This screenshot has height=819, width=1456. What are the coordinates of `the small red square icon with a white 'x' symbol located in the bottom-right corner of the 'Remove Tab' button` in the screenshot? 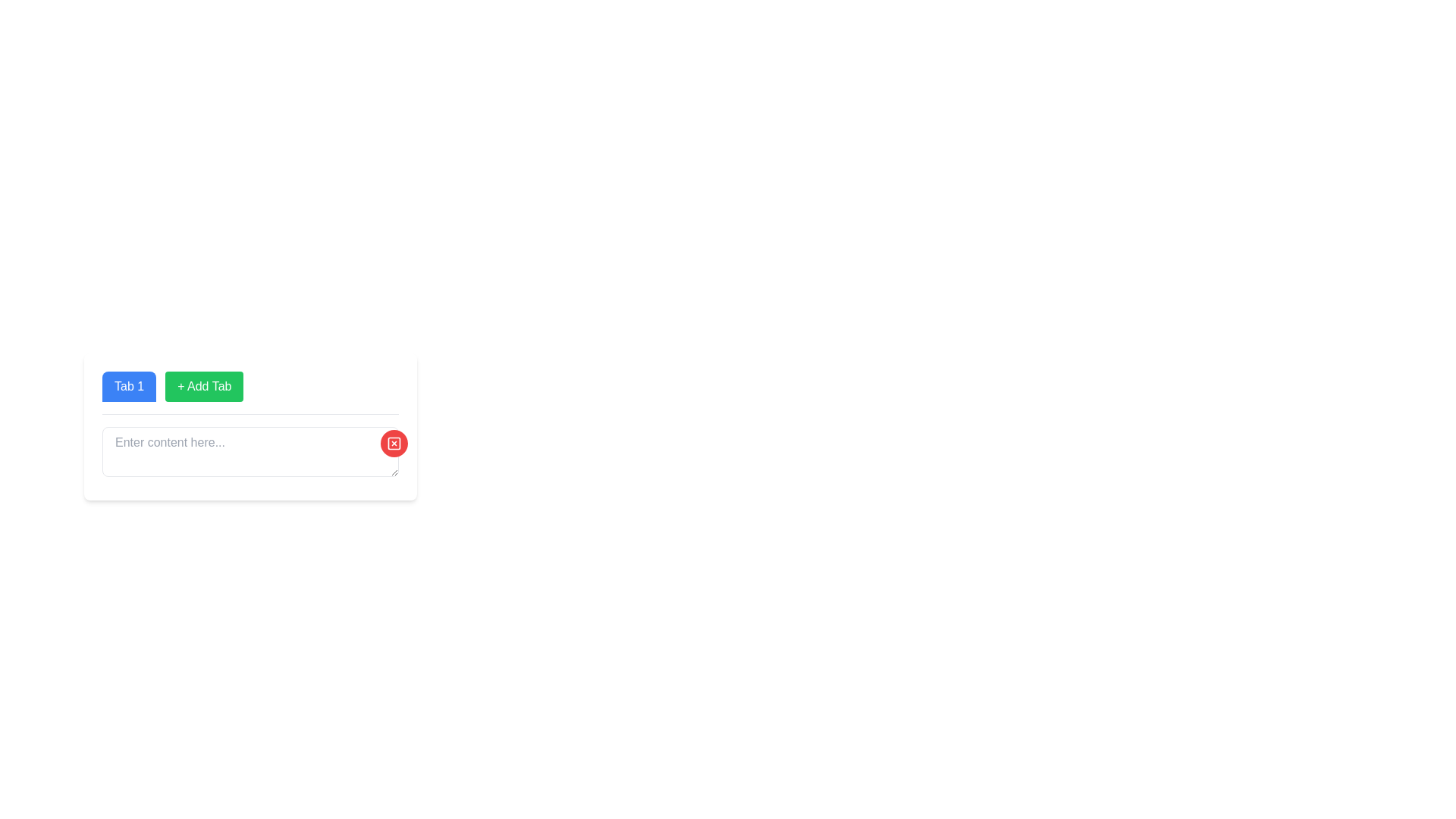 It's located at (394, 444).